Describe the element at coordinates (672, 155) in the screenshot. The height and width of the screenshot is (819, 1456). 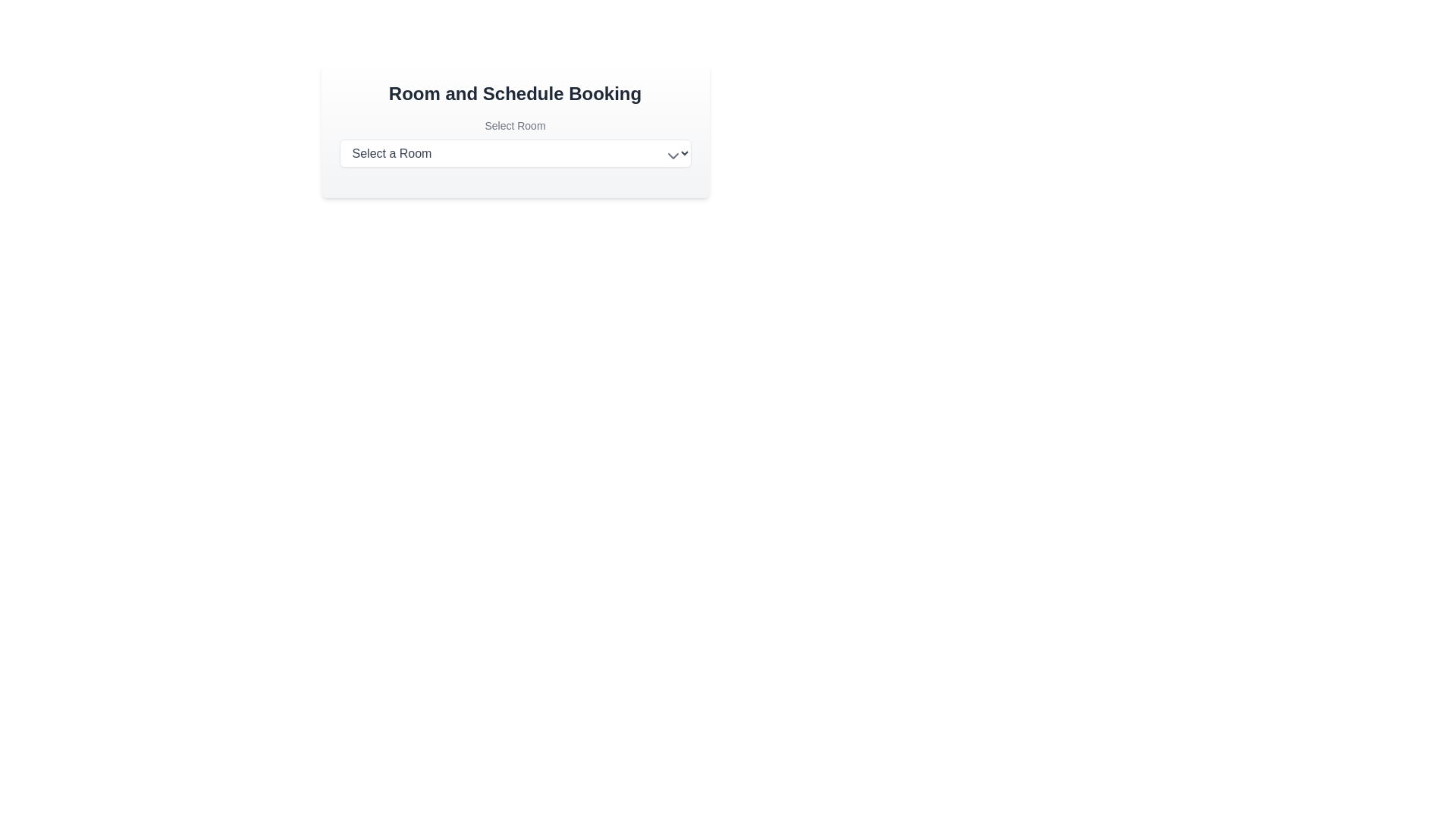
I see `the chevron icon located on the far right side of the 'Select a Room' dropdown menu` at that location.